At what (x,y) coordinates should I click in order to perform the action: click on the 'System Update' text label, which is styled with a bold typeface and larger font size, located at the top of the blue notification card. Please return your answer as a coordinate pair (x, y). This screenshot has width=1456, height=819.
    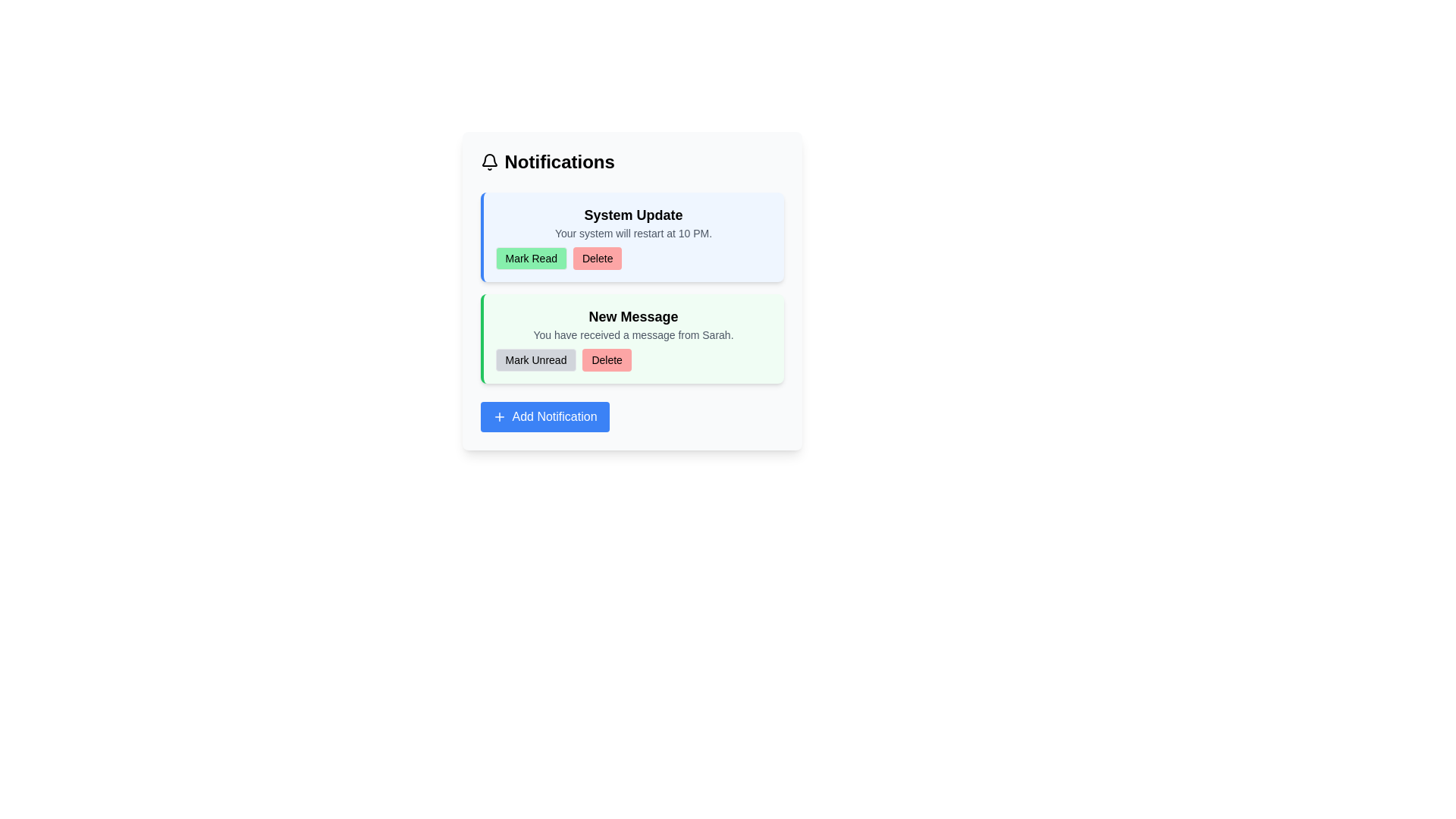
    Looking at the image, I should click on (633, 215).